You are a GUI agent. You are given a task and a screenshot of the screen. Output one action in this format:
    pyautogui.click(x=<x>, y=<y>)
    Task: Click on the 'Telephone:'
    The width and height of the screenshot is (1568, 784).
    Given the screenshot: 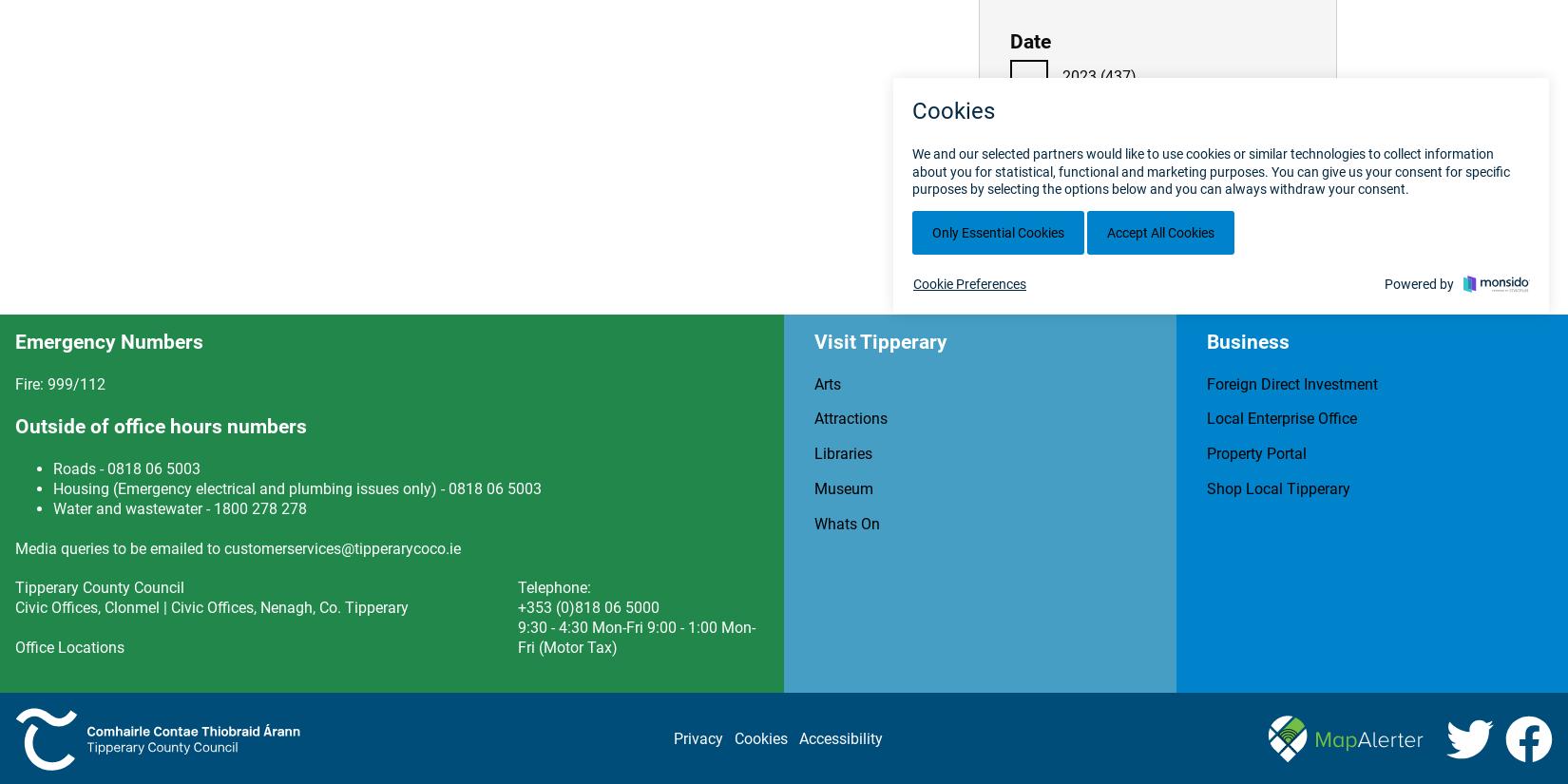 What is the action you would take?
    pyautogui.click(x=516, y=587)
    